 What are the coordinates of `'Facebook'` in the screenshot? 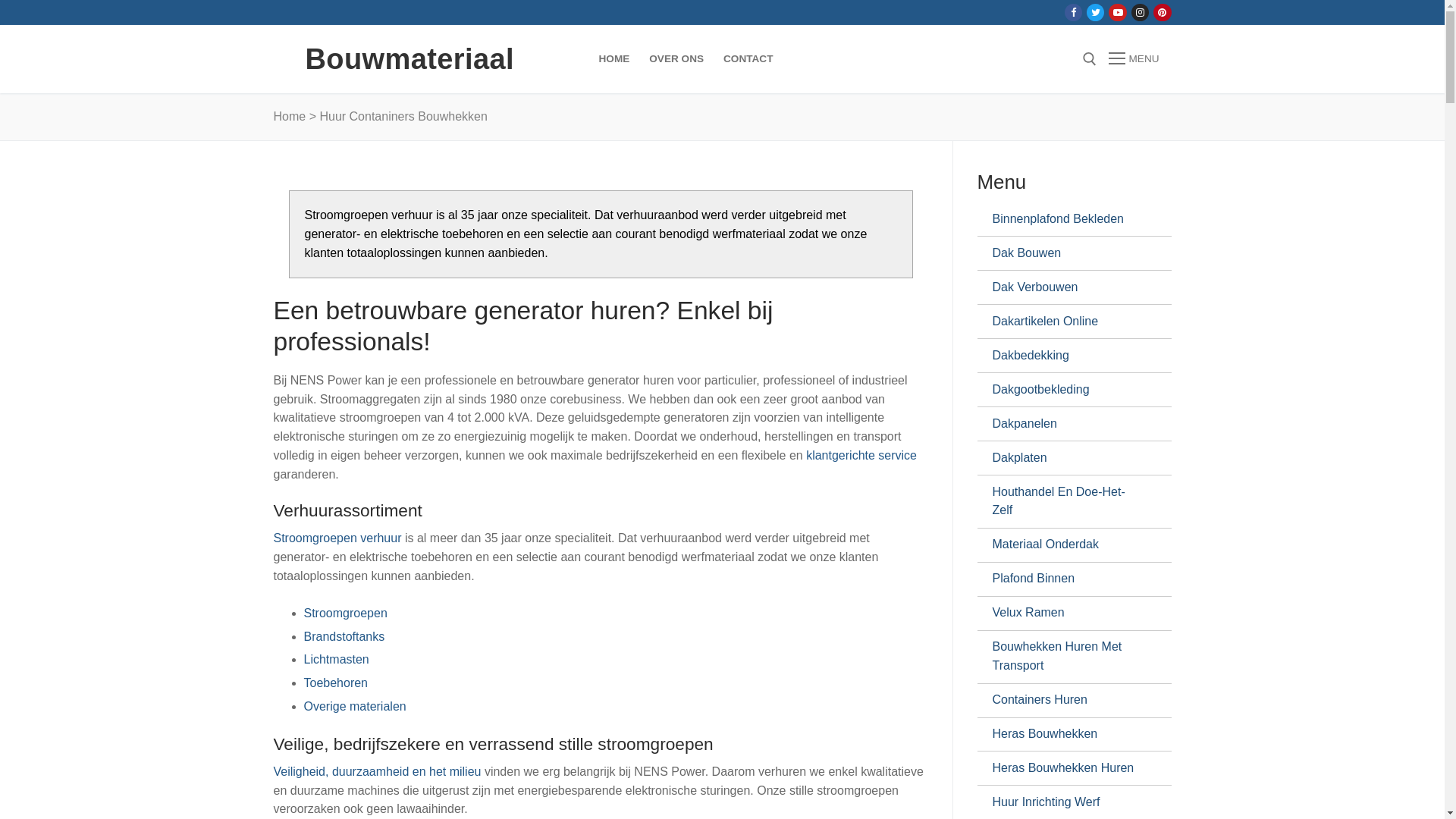 It's located at (1072, 12).